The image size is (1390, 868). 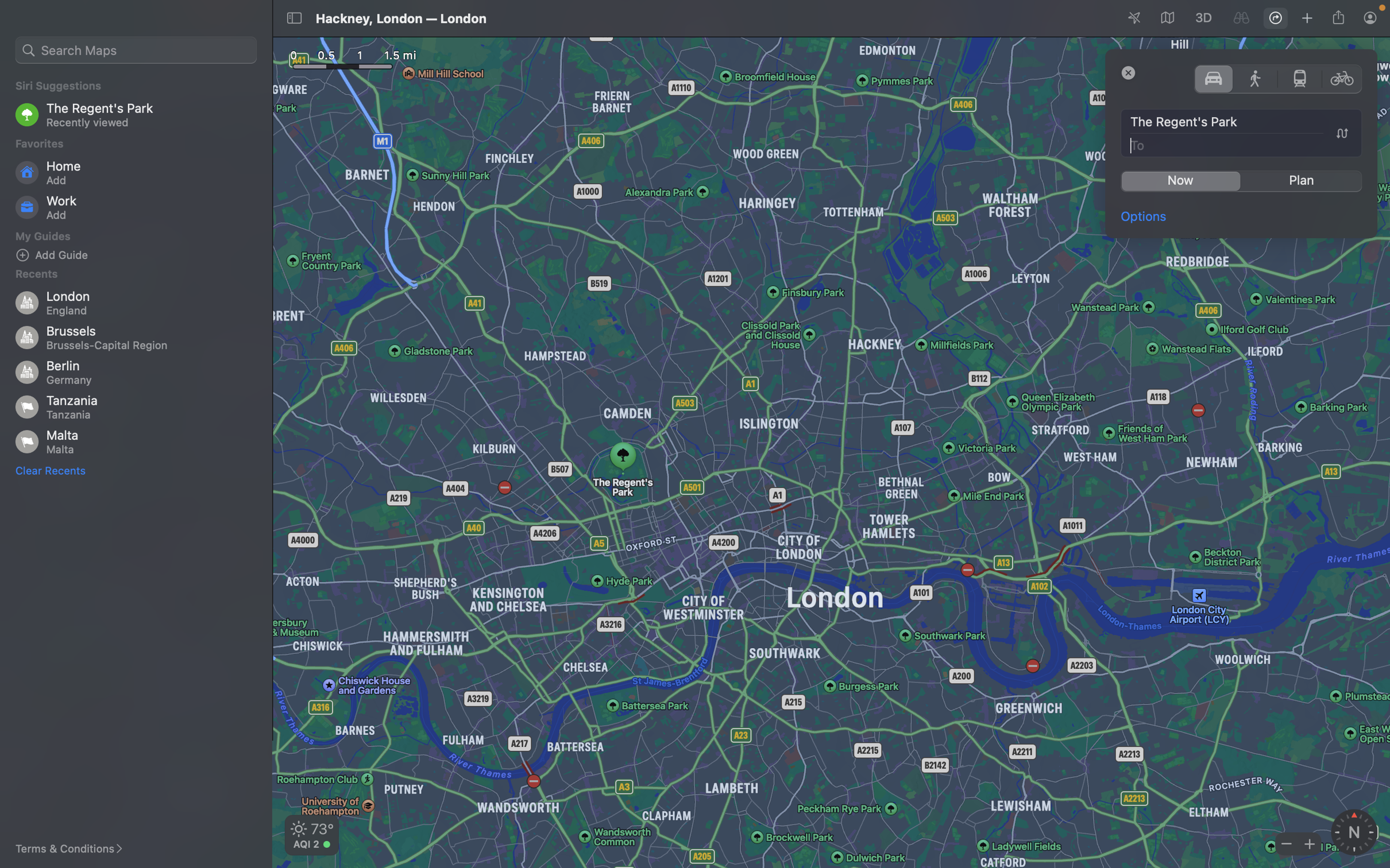 What do you see at coordinates (1129, 72) in the screenshot?
I see `the "close" button to close the current window` at bounding box center [1129, 72].